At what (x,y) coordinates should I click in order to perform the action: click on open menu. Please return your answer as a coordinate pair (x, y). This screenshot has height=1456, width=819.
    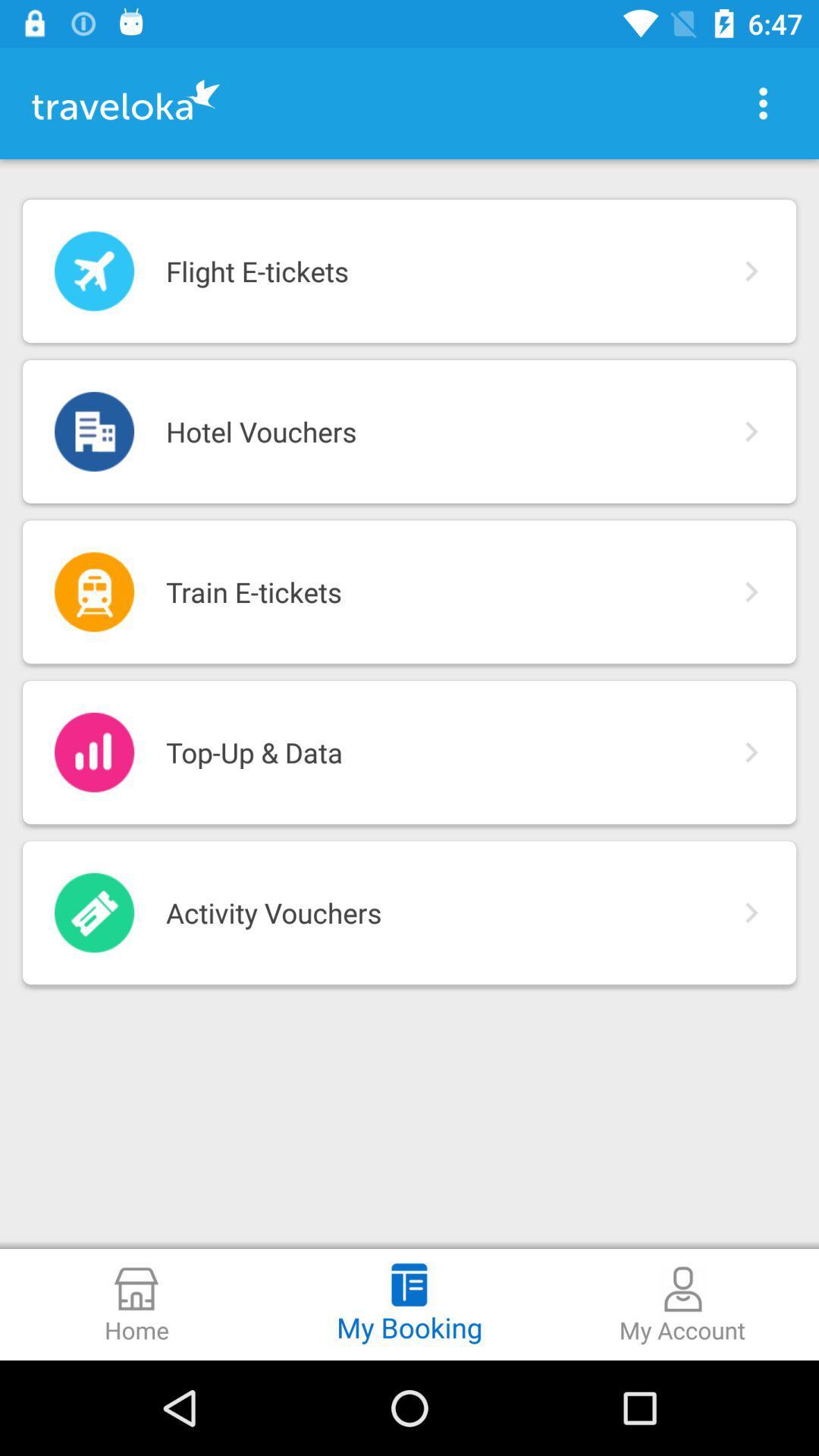
    Looking at the image, I should click on (763, 102).